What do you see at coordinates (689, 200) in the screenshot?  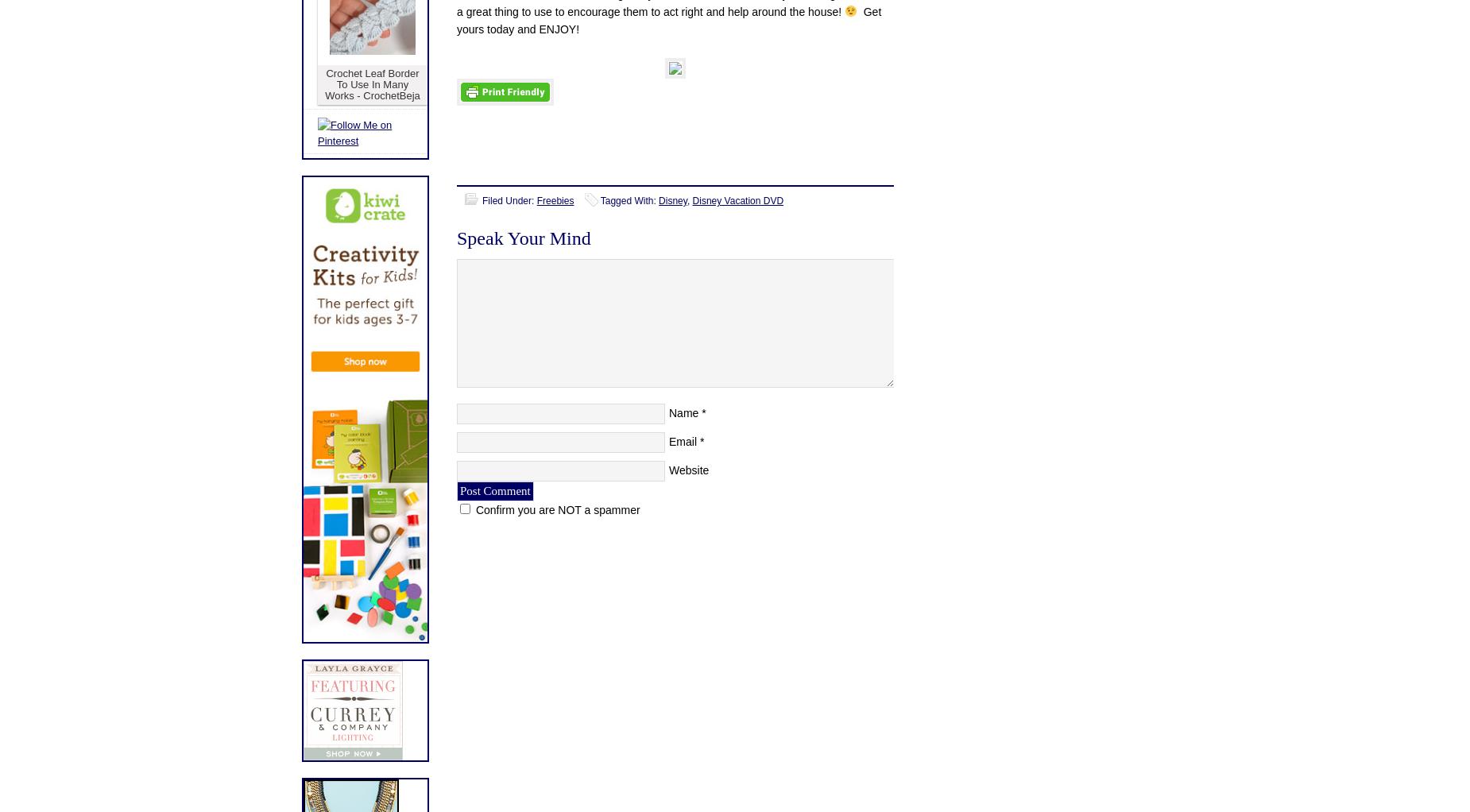 I see `','` at bounding box center [689, 200].